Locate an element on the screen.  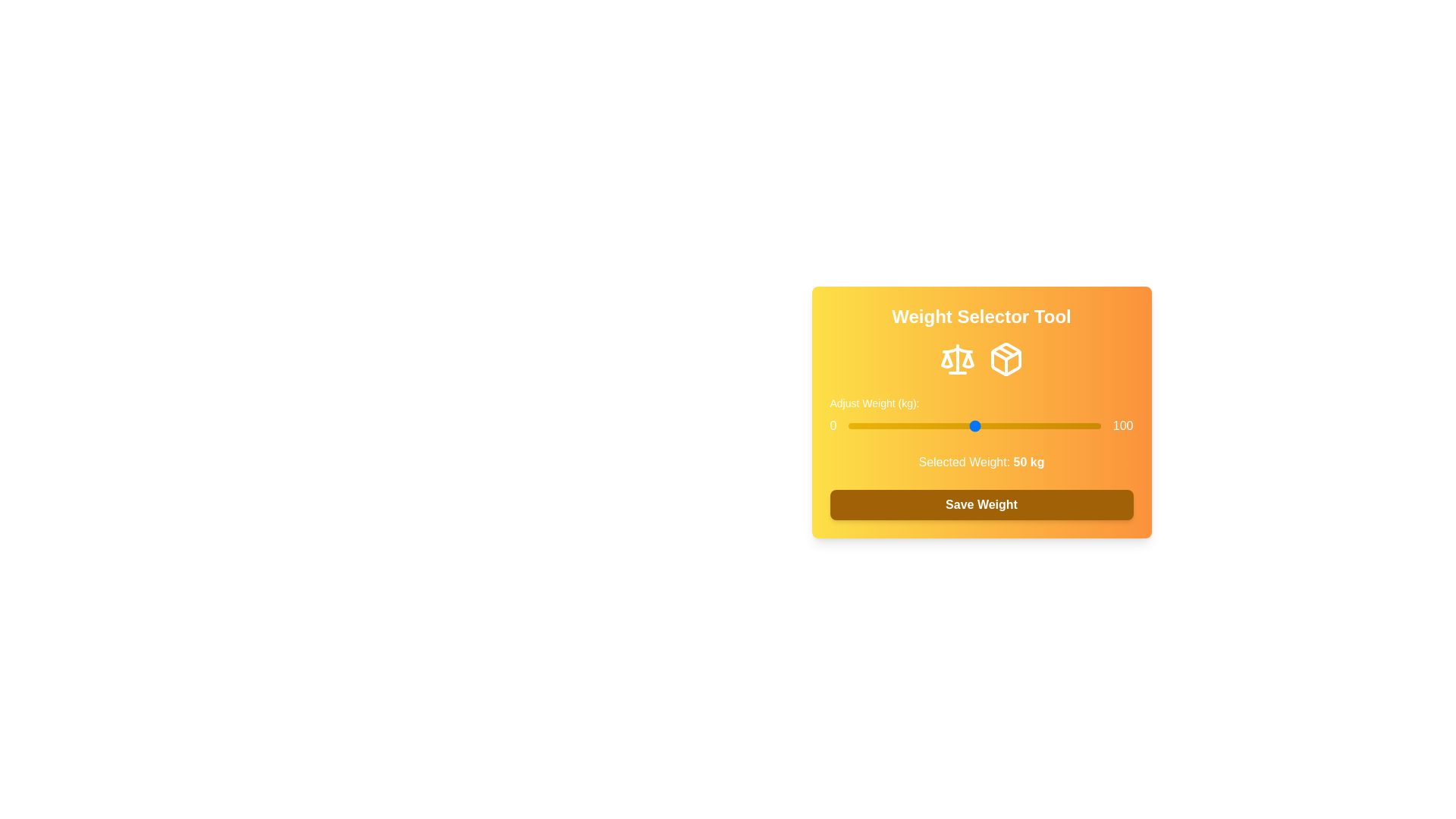
the weight slider to 15 kg is located at coordinates (886, 426).